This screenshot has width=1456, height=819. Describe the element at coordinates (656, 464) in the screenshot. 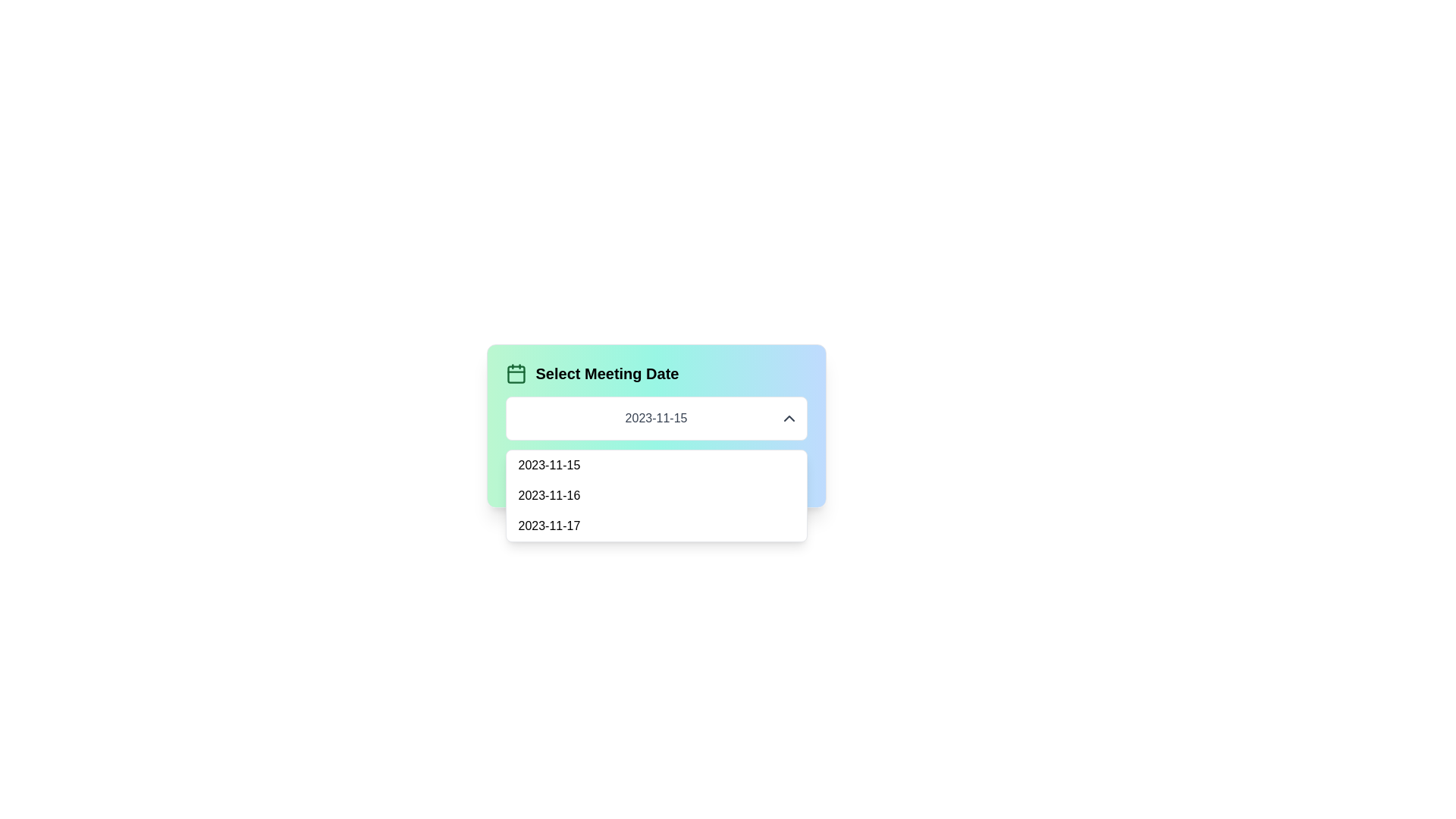

I see `the first option in the dropdown list` at that location.